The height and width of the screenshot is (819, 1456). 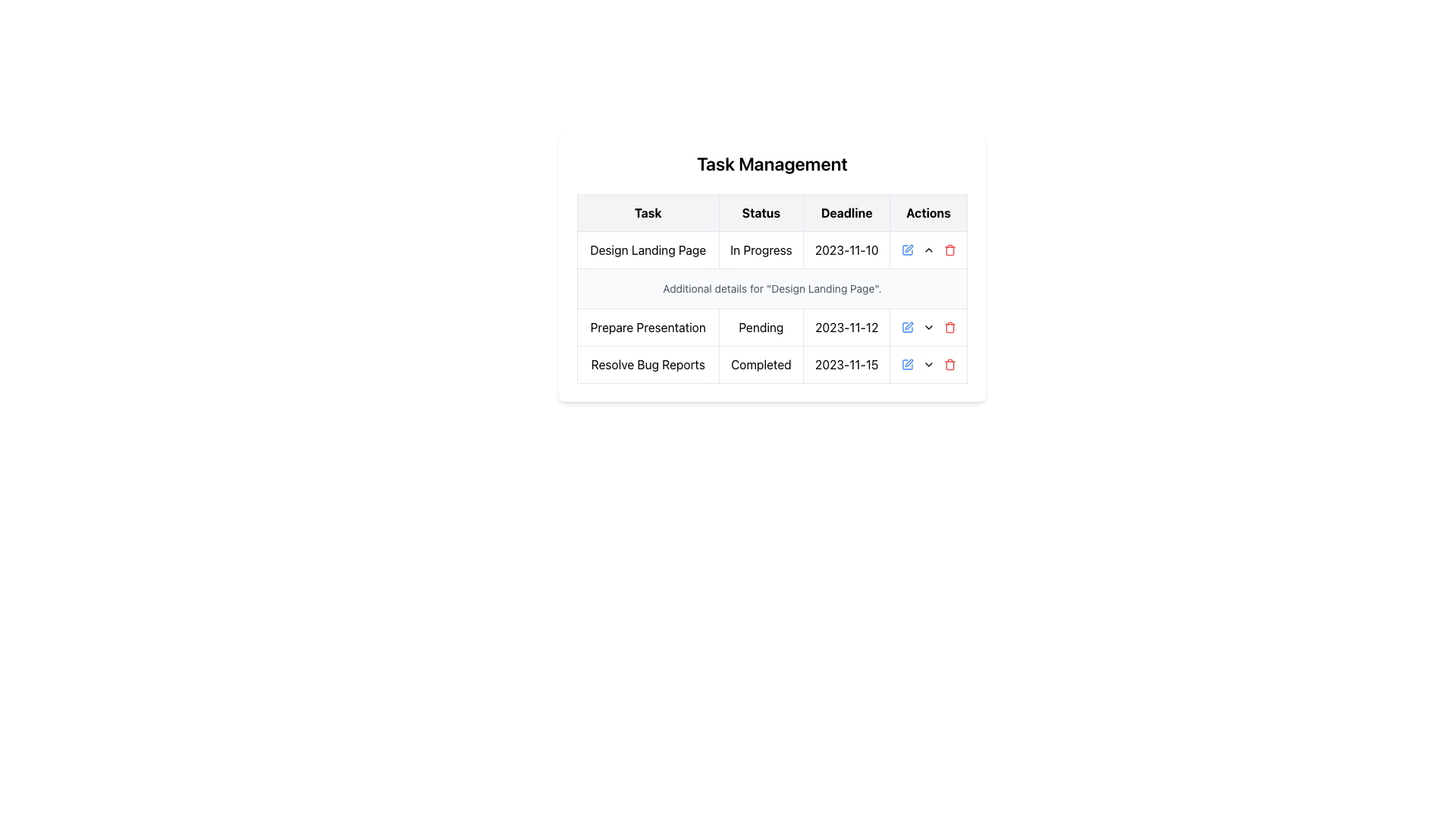 I want to click on the text label displaying the name of a task in the task management interface for accessibility purposes, so click(x=648, y=327).